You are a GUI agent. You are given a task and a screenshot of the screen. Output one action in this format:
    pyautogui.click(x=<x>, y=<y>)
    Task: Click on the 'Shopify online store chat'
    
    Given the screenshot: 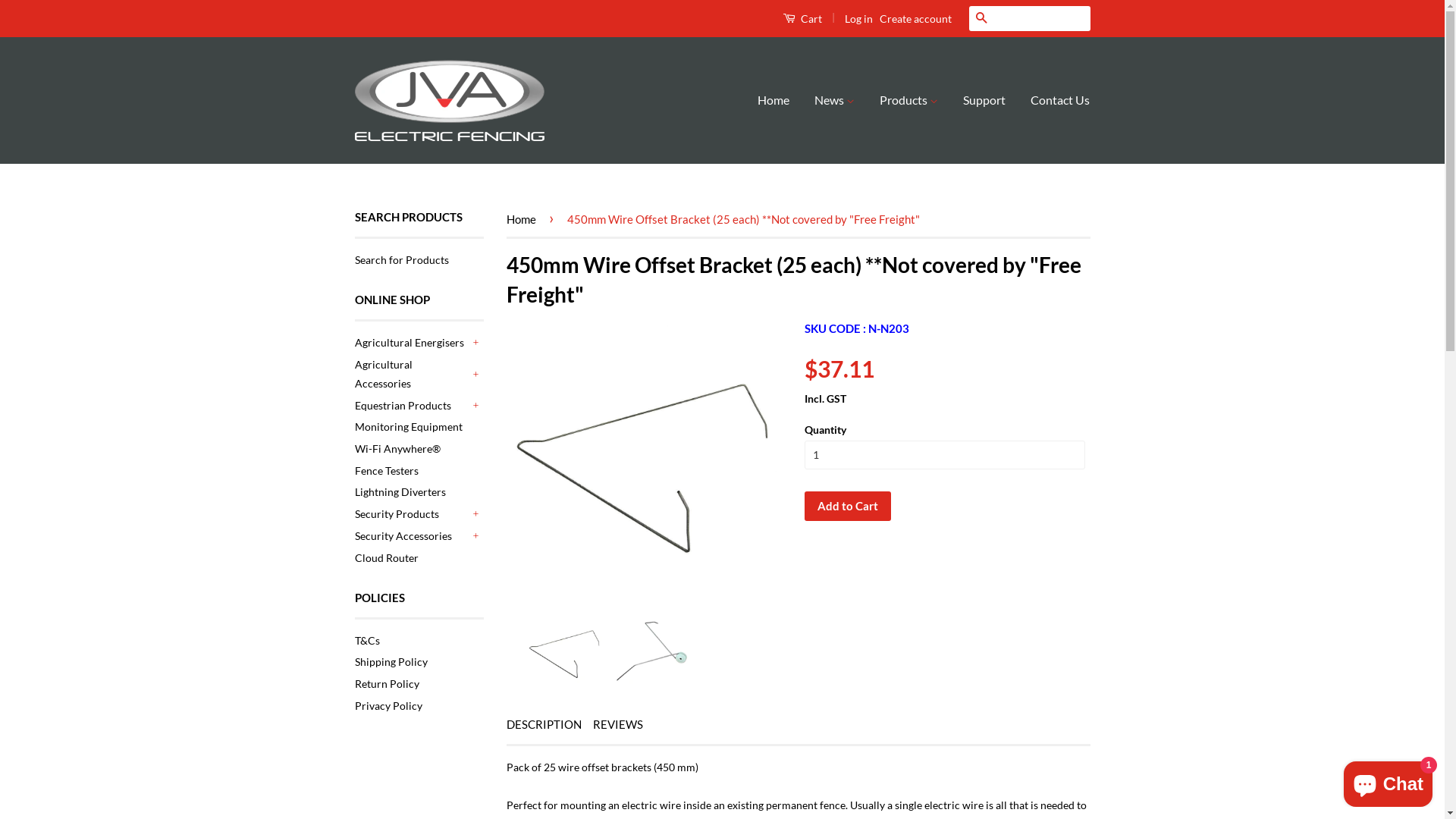 What is the action you would take?
    pyautogui.click(x=1388, y=780)
    